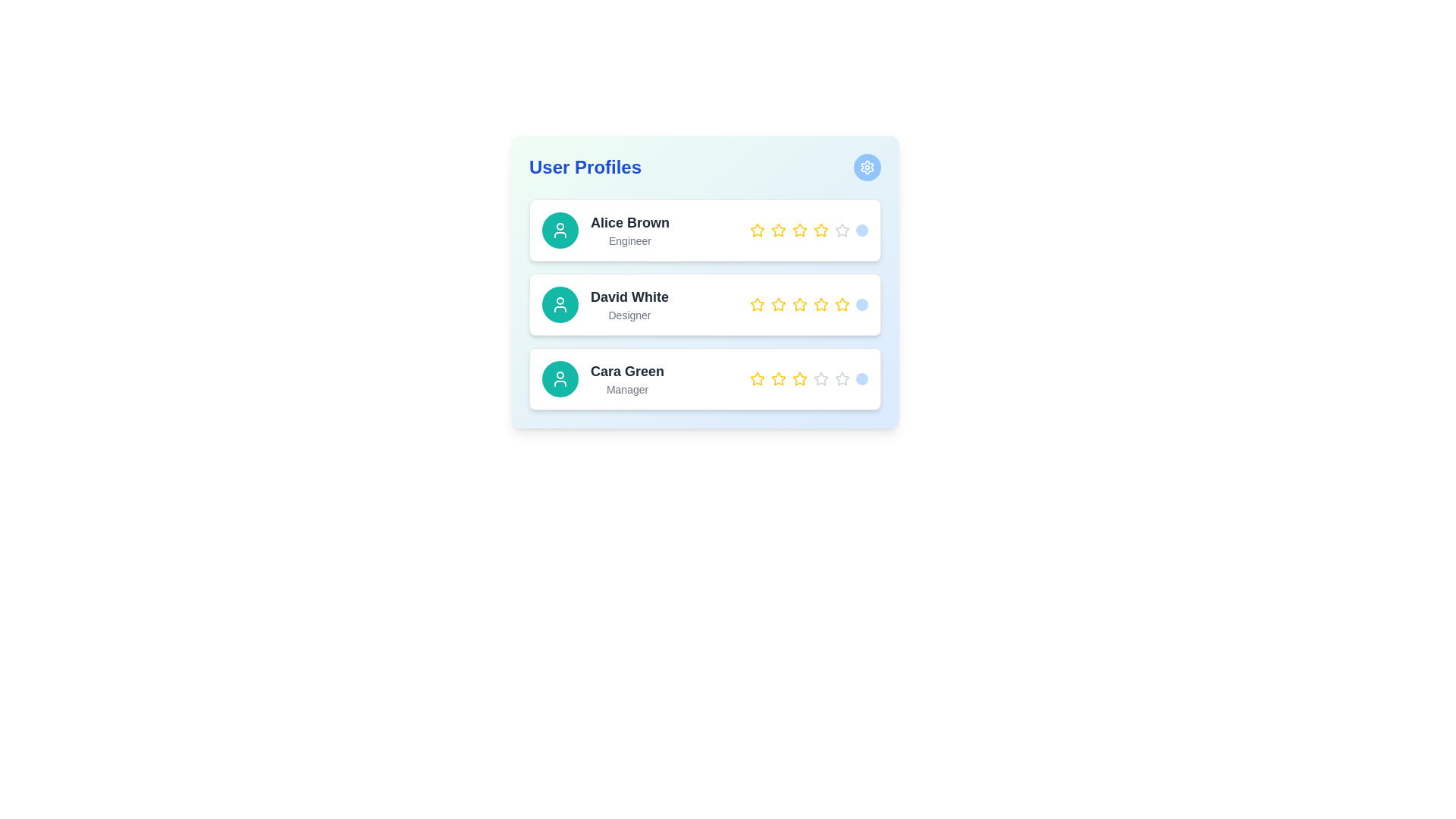  I want to click on the circular icon with a teal background and white user outline, located on the first user's information card in the 'User Profiles' list, so click(560, 231).